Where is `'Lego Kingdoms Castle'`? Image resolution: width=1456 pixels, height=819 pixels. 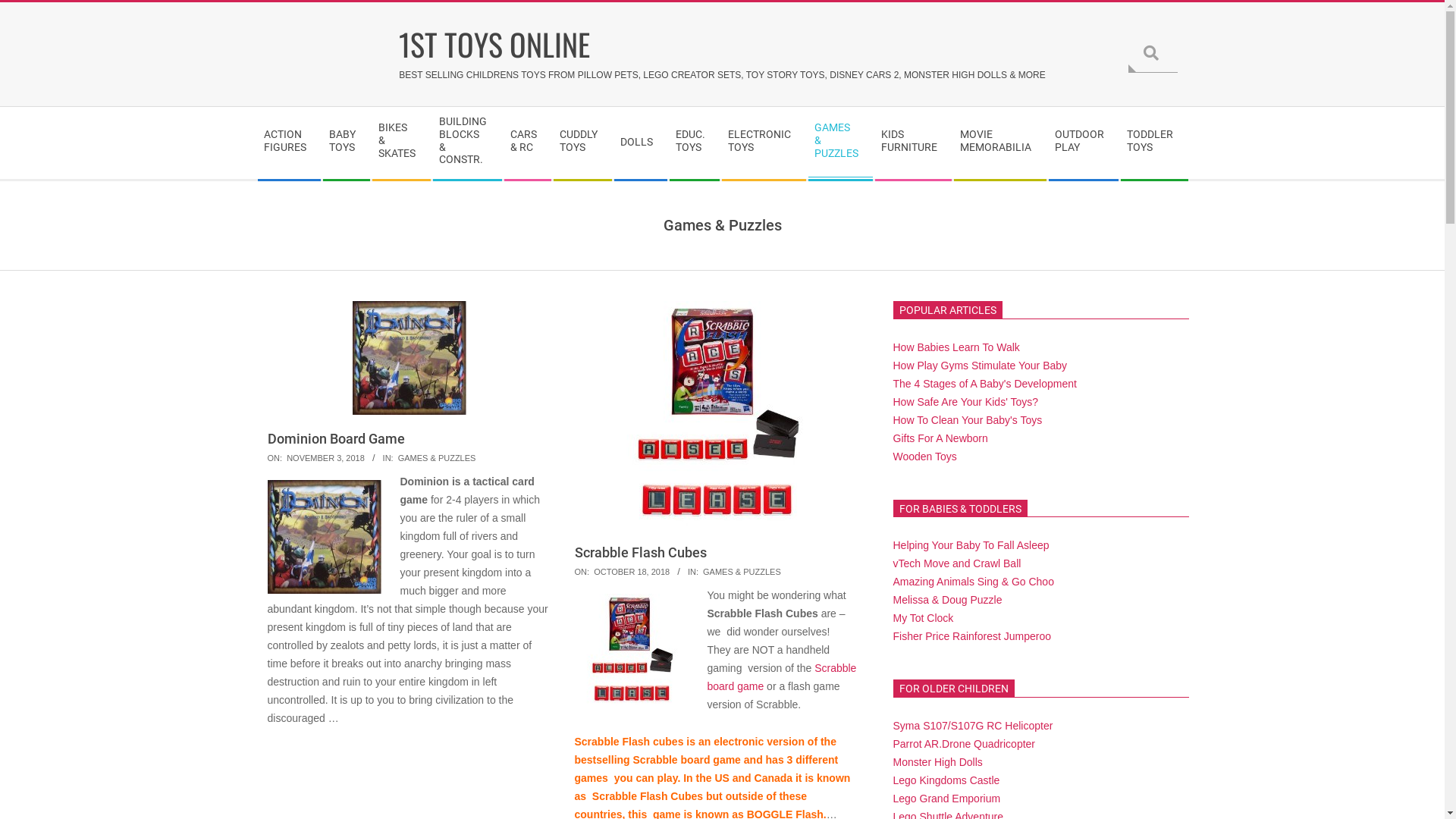
'Lego Kingdoms Castle' is located at coordinates (946, 780).